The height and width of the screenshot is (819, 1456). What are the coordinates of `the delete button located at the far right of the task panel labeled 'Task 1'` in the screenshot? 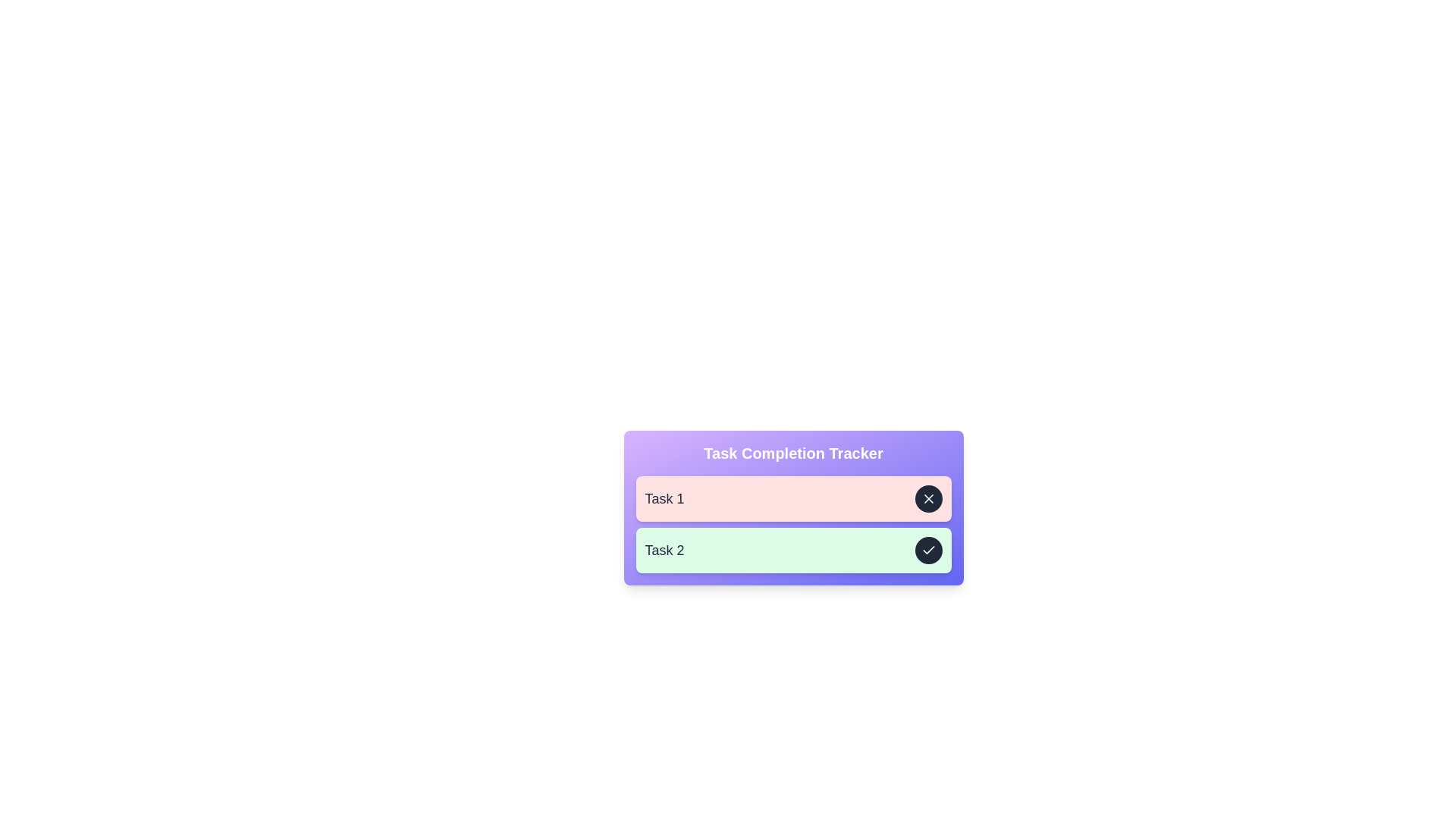 It's located at (927, 499).